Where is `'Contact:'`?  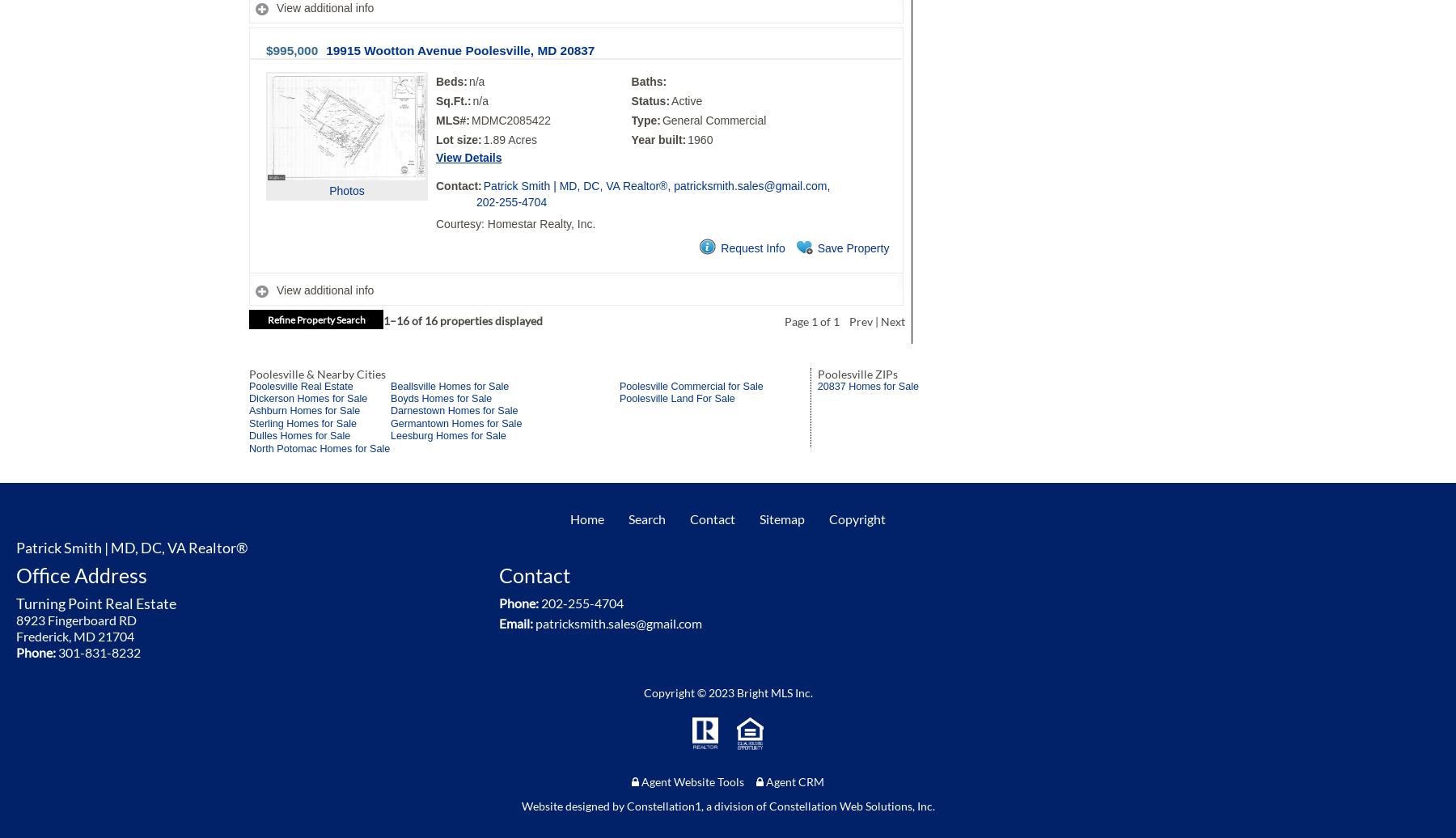 'Contact:' is located at coordinates (434, 184).